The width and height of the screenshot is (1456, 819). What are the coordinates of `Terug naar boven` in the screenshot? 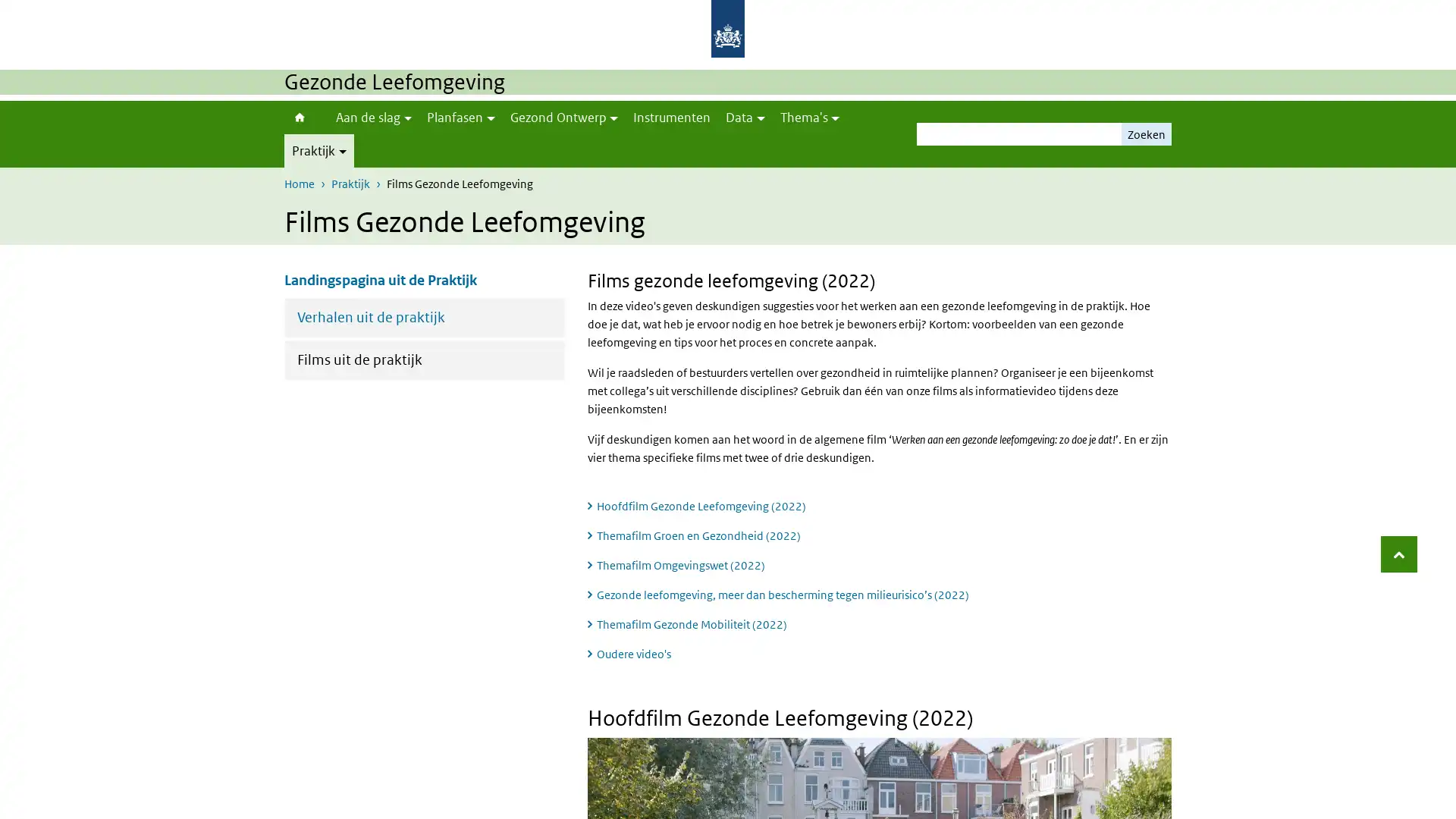 It's located at (1398, 554).